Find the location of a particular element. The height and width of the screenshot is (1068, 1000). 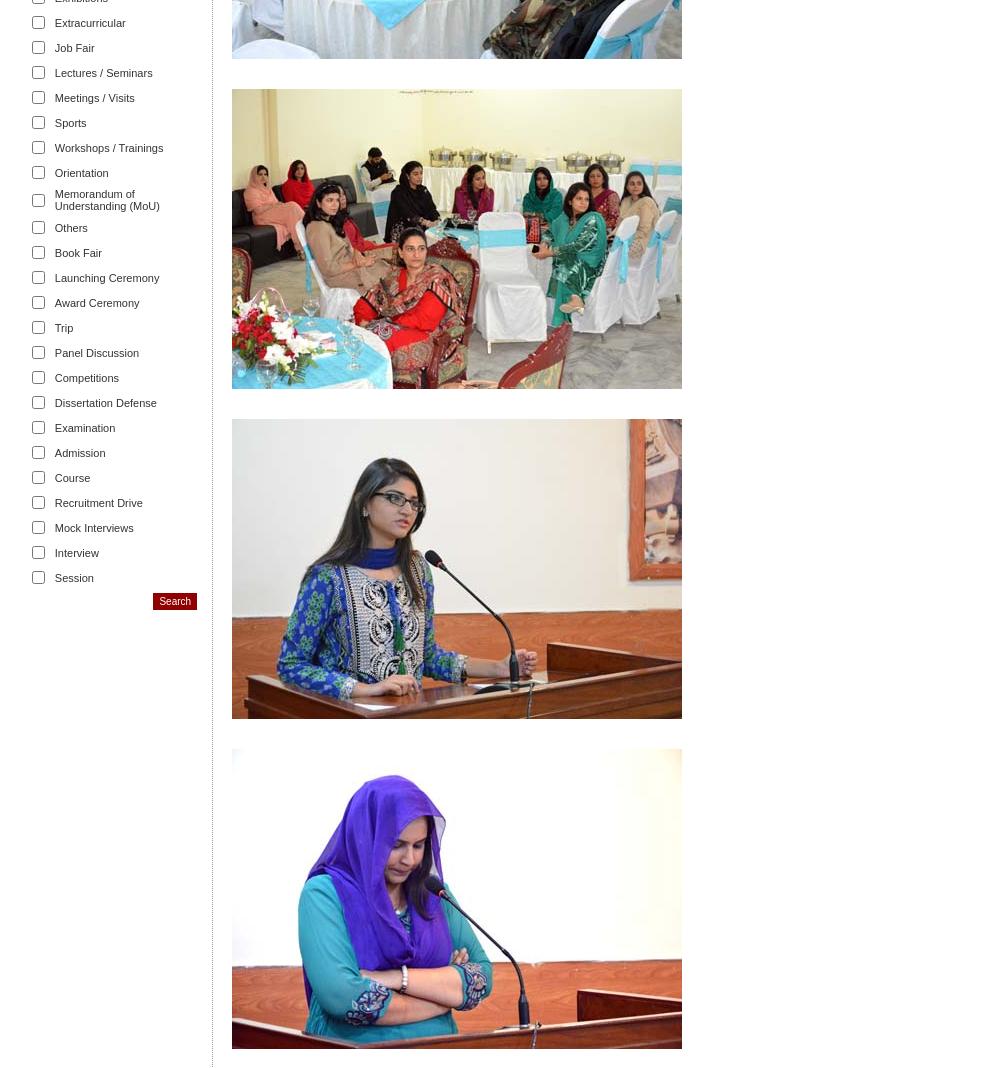

'Trip' is located at coordinates (62, 326).